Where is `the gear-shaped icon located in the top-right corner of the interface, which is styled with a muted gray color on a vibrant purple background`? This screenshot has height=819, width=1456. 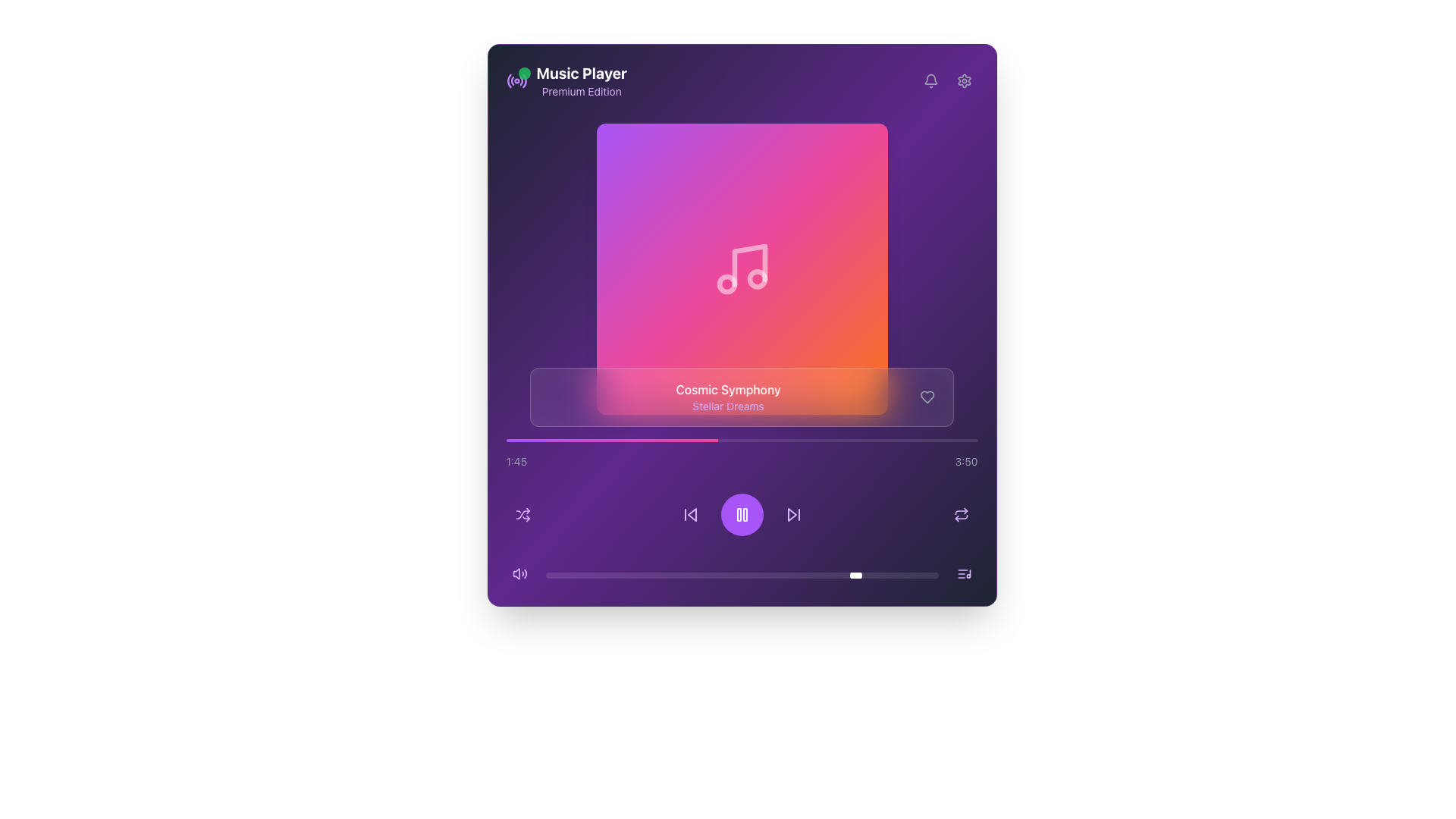 the gear-shaped icon located in the top-right corner of the interface, which is styled with a muted gray color on a vibrant purple background is located at coordinates (963, 81).